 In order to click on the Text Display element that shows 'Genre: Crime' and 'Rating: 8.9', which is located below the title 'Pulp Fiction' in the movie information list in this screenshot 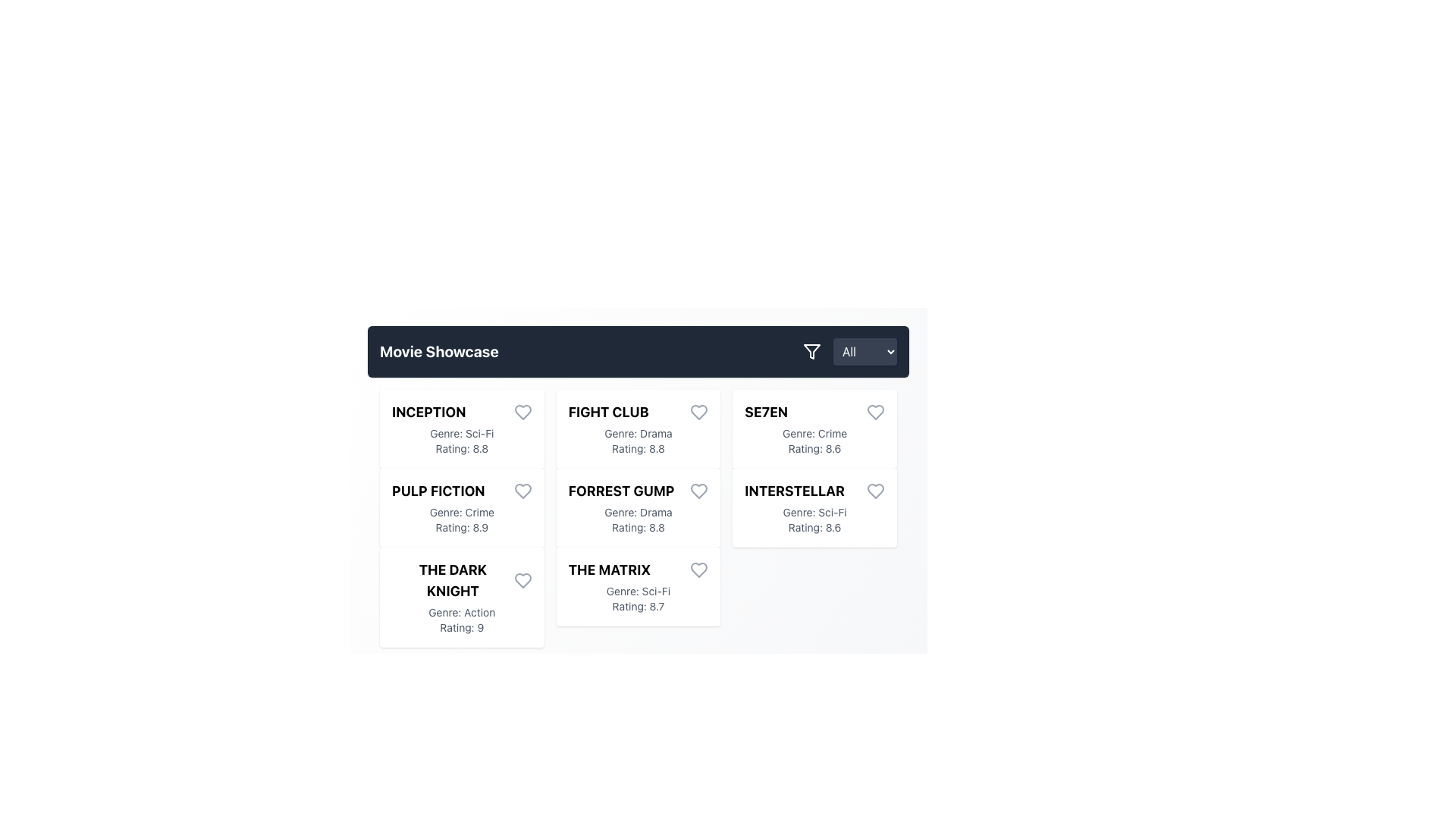, I will do `click(461, 519)`.